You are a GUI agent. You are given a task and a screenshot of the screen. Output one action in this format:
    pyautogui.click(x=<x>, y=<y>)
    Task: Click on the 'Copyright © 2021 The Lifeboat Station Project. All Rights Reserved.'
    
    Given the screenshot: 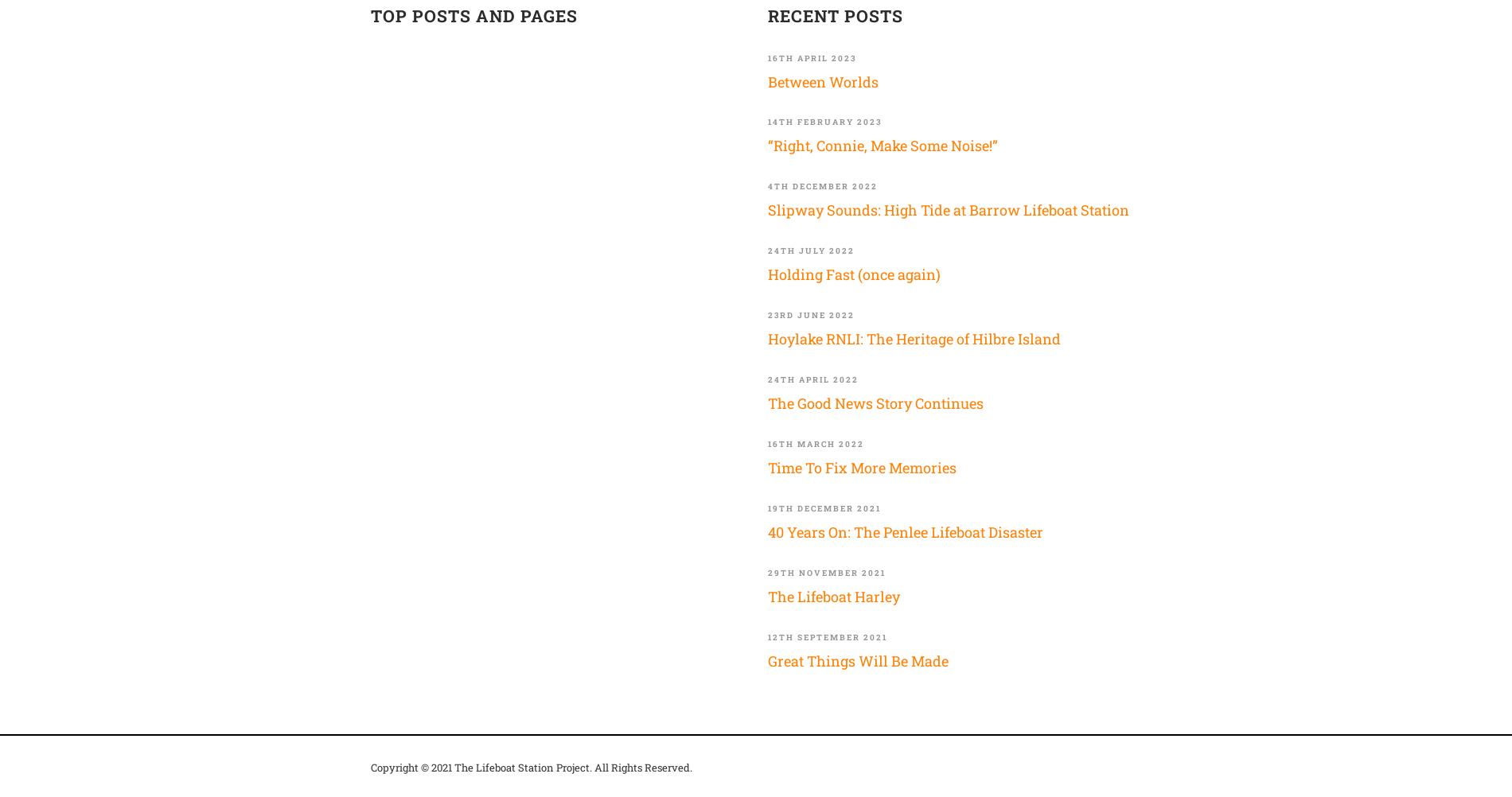 What is the action you would take?
    pyautogui.click(x=531, y=766)
    